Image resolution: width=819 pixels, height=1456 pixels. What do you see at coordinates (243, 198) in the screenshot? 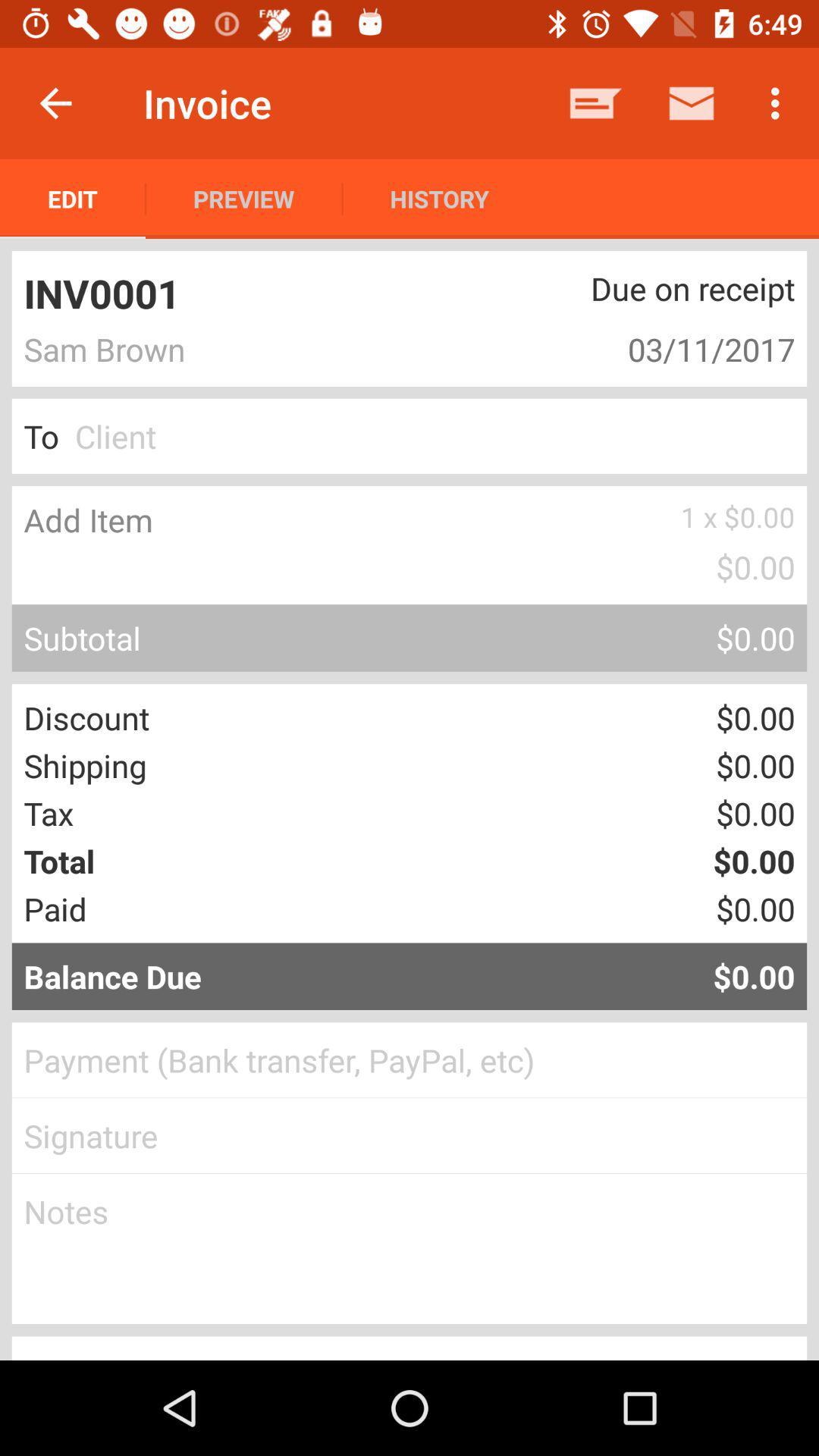
I see `app next to the edit app` at bounding box center [243, 198].